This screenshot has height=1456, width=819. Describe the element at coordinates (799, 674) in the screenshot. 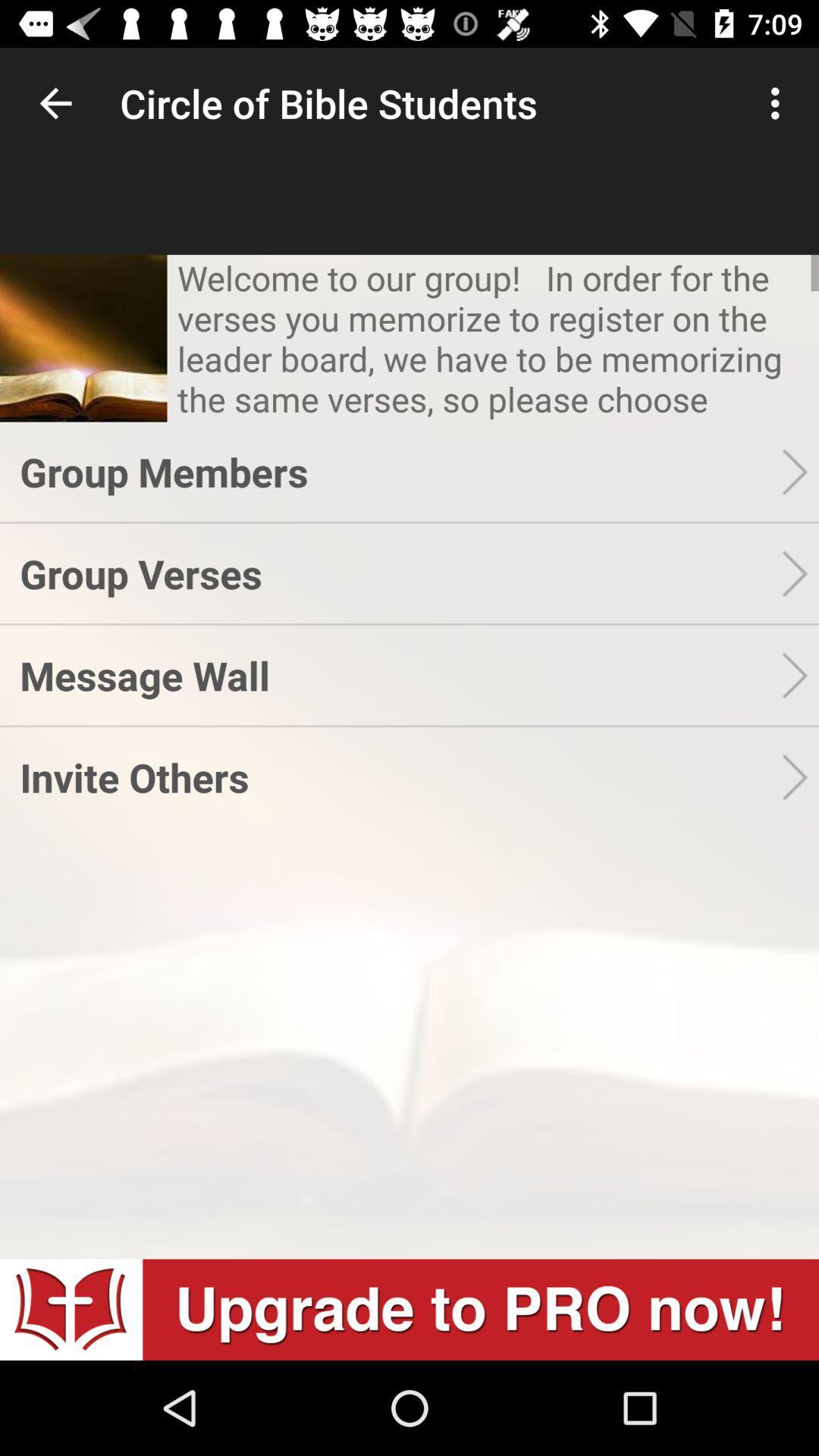

I see `the right scroll bar icon which is beside the message wall` at that location.